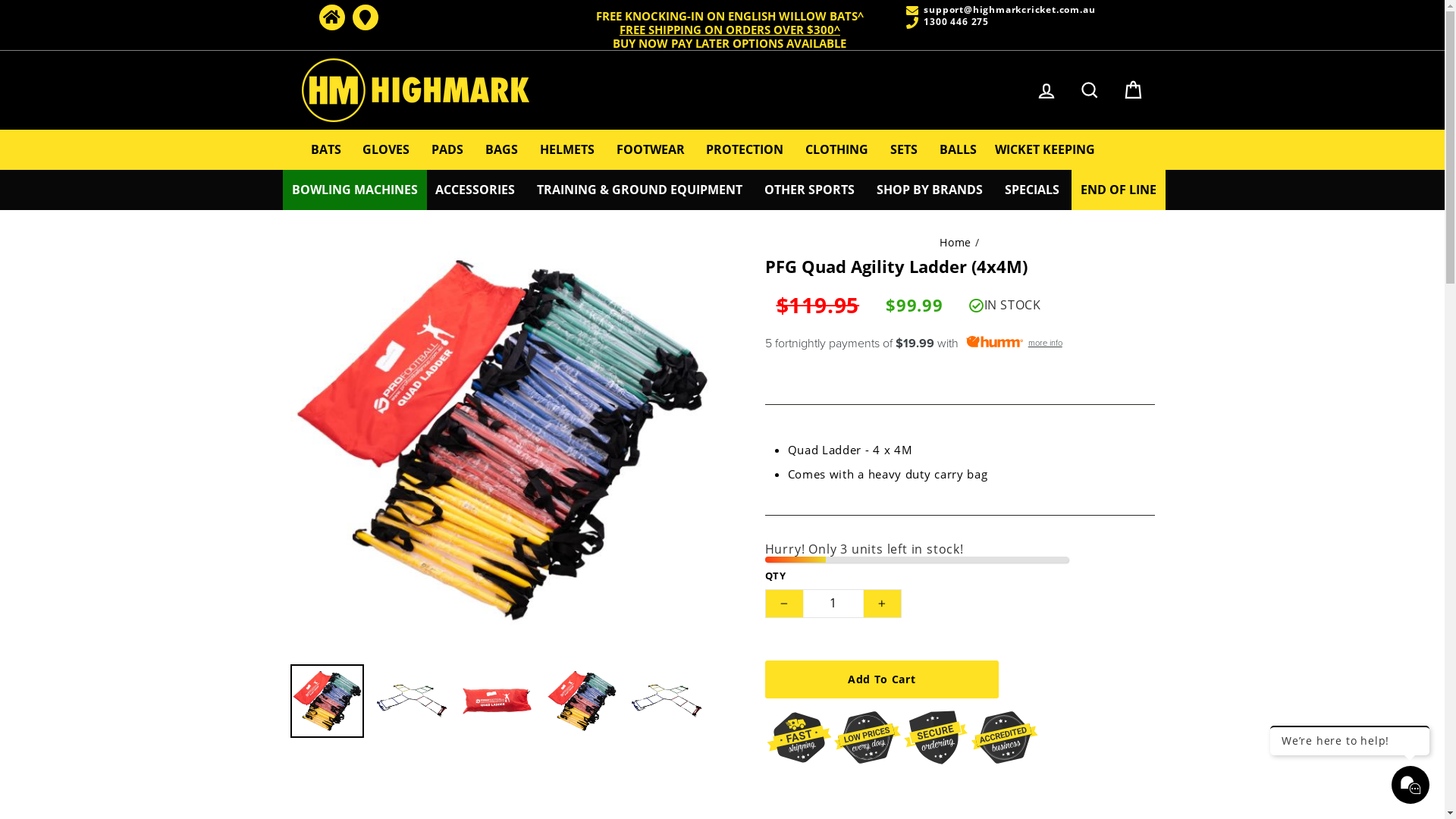 The height and width of the screenshot is (819, 1456). What do you see at coordinates (447, 149) in the screenshot?
I see `'PADS'` at bounding box center [447, 149].